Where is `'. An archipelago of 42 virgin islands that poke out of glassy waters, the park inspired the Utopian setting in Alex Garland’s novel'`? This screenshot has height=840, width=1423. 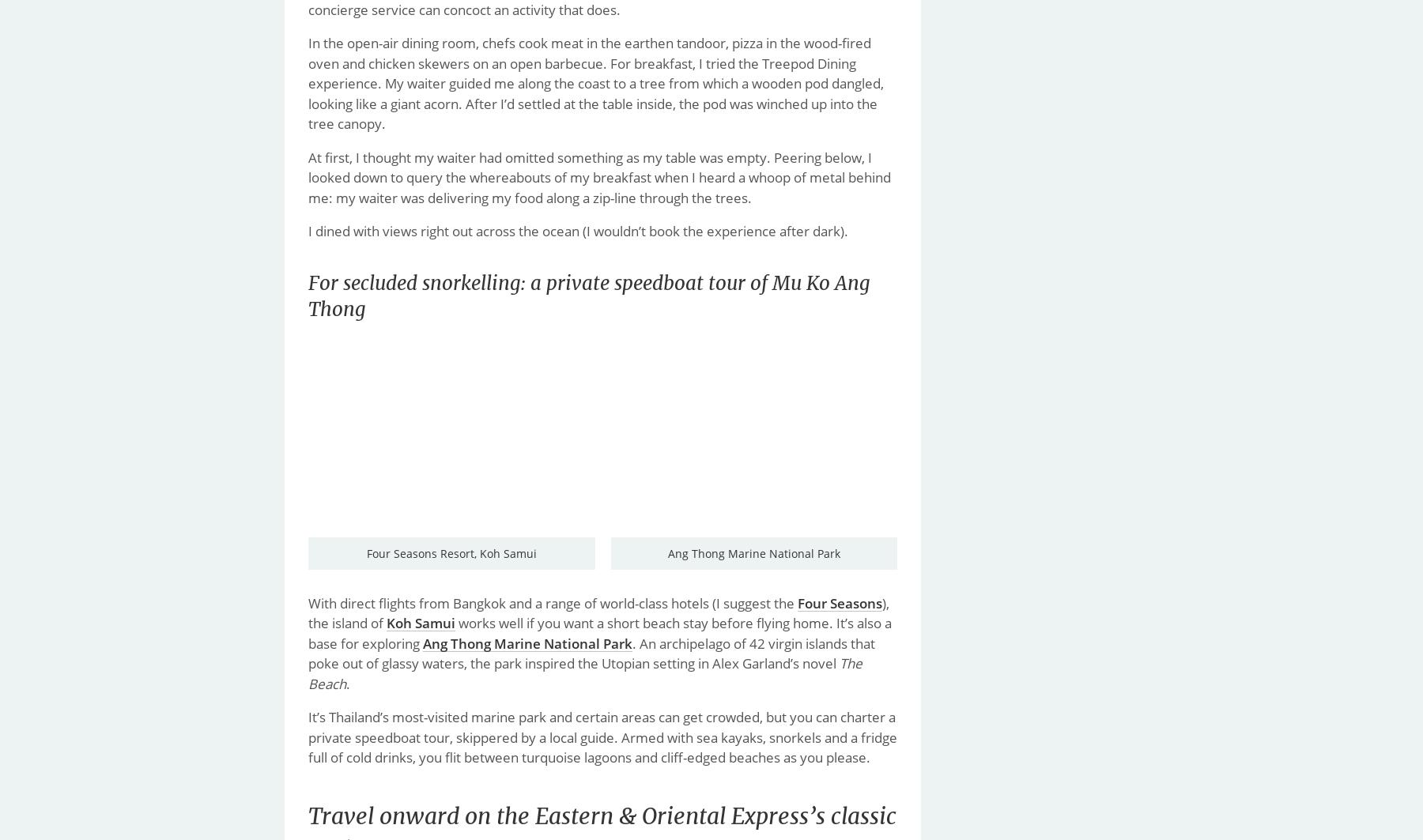
'. An archipelago of 42 virgin islands that poke out of glassy waters, the park inspired the Utopian setting in Alex Garland’s novel' is located at coordinates (591, 652).